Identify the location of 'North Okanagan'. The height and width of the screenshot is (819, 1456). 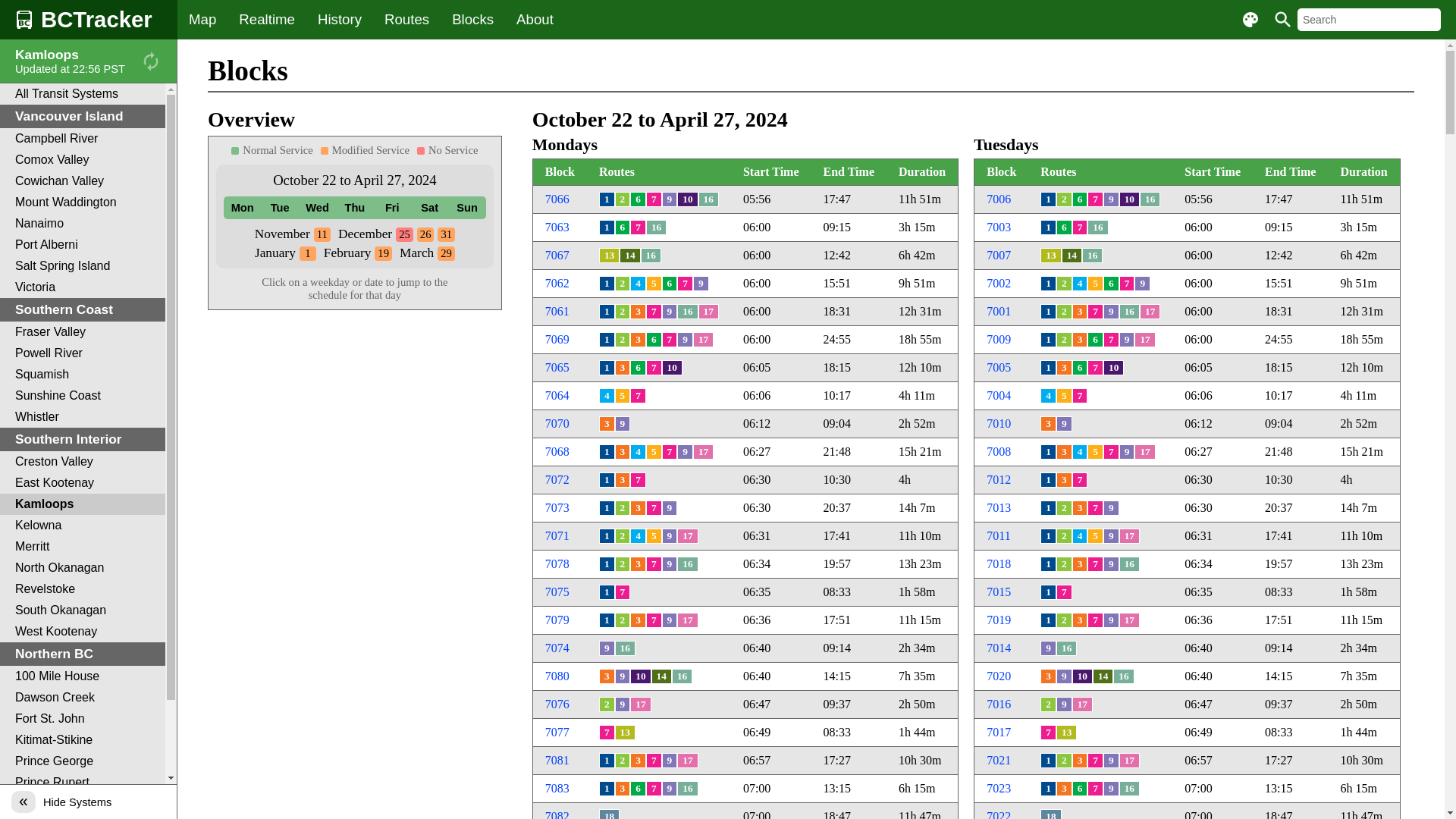
(82, 567).